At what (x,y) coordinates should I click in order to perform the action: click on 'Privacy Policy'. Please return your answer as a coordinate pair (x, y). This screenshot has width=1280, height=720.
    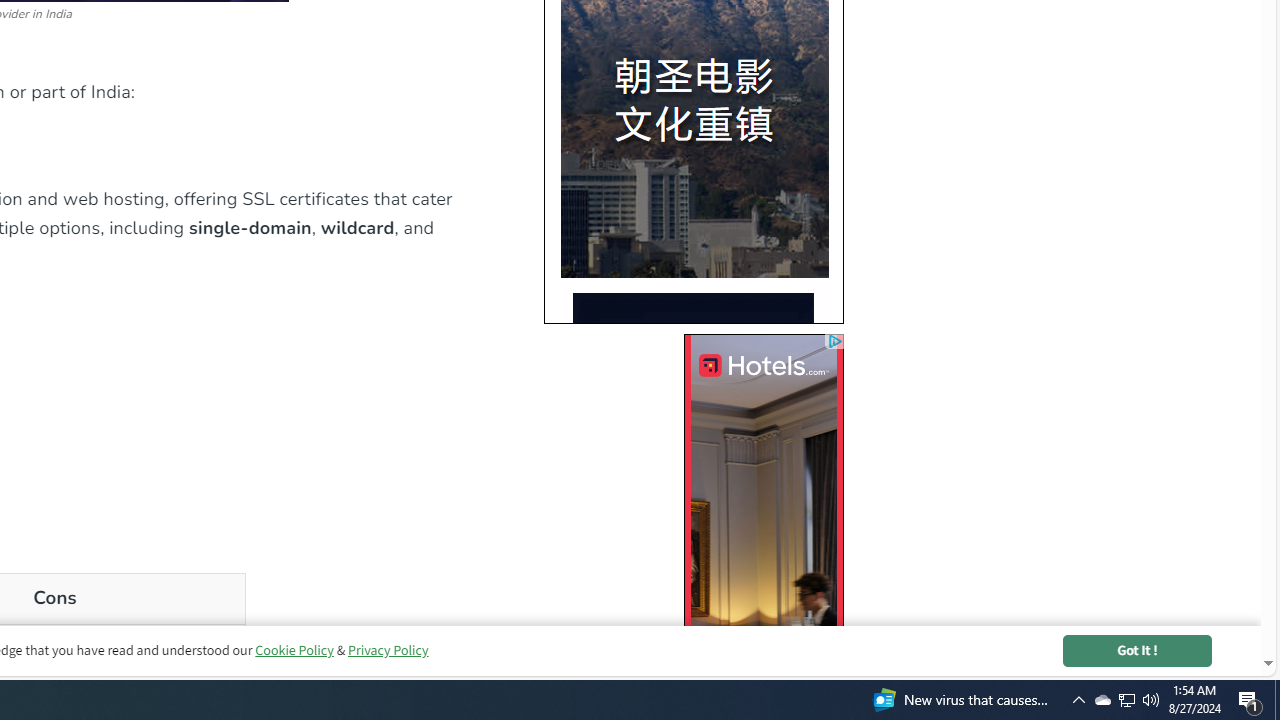
    Looking at the image, I should click on (387, 650).